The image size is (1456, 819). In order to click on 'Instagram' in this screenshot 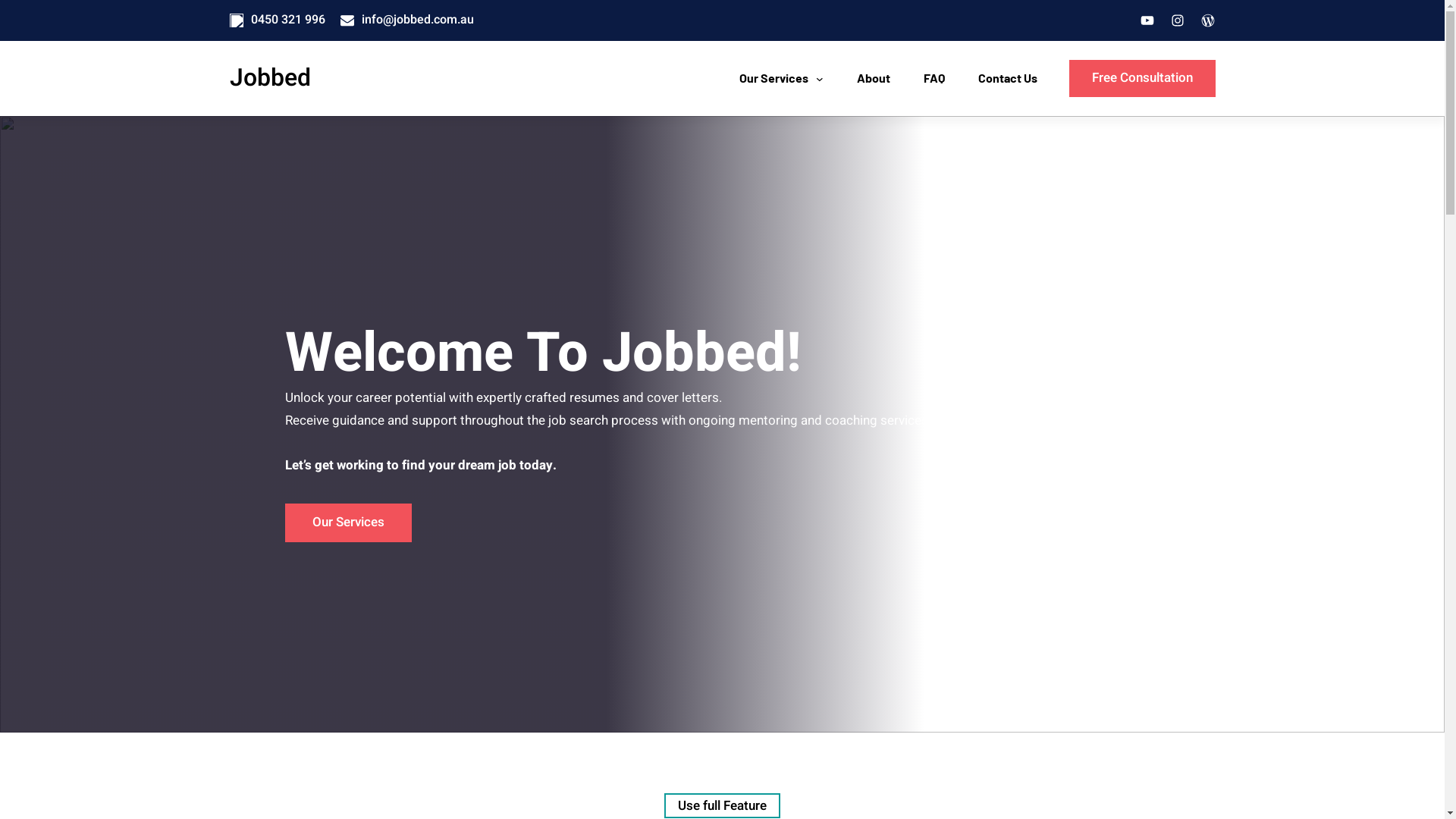, I will do `click(1175, 20)`.